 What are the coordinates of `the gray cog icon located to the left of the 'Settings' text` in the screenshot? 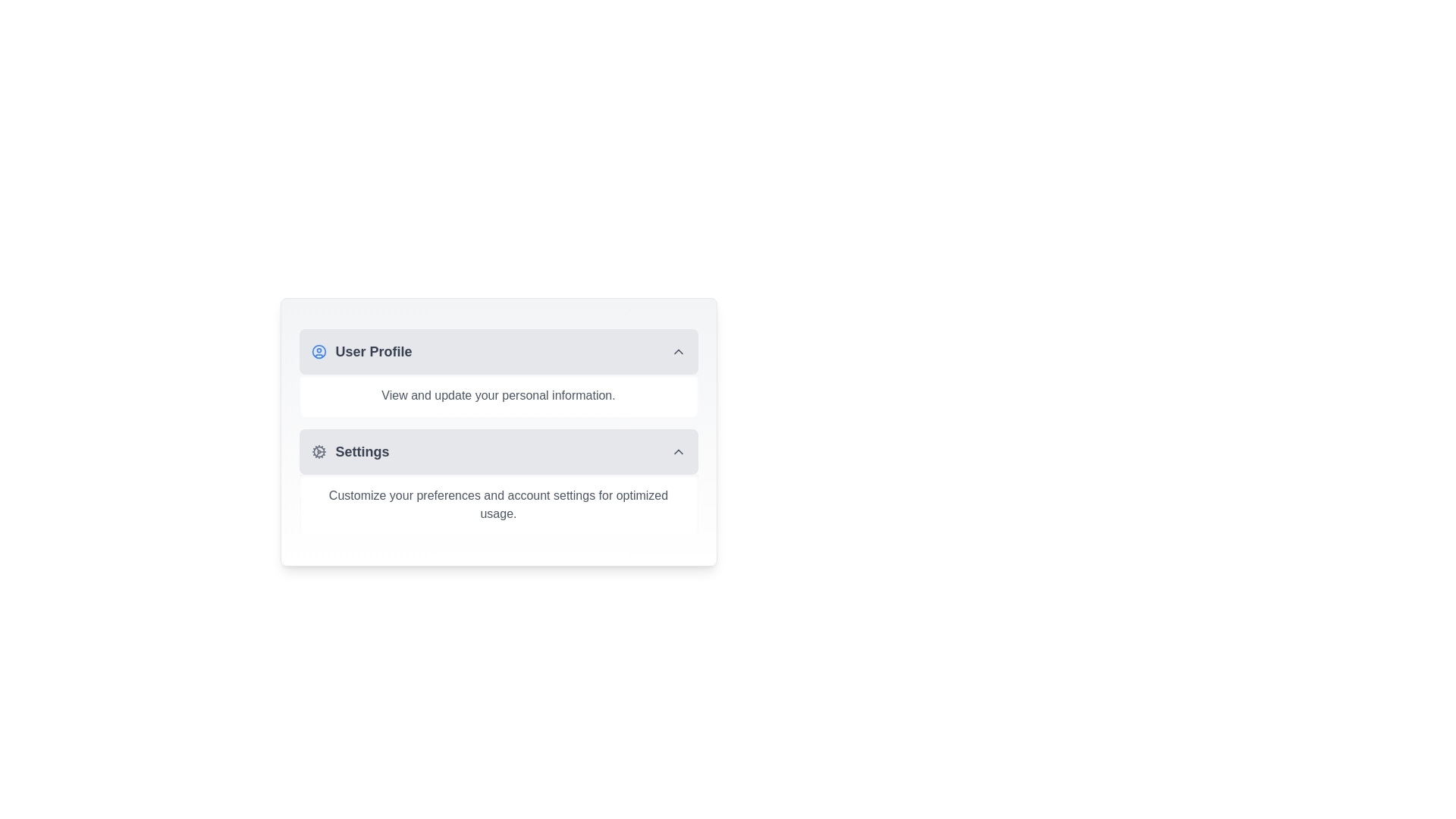 It's located at (318, 451).